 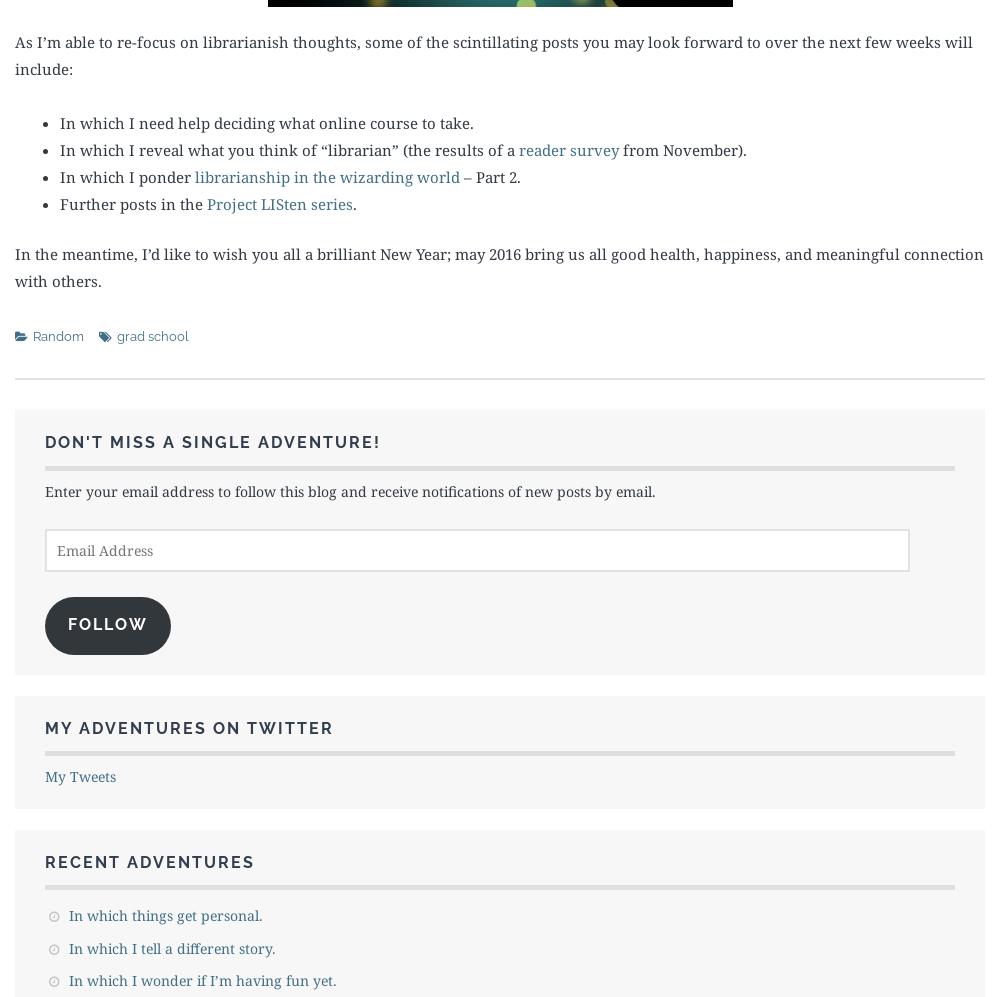 I want to click on 'In which I tell a different story.', so click(x=172, y=947).